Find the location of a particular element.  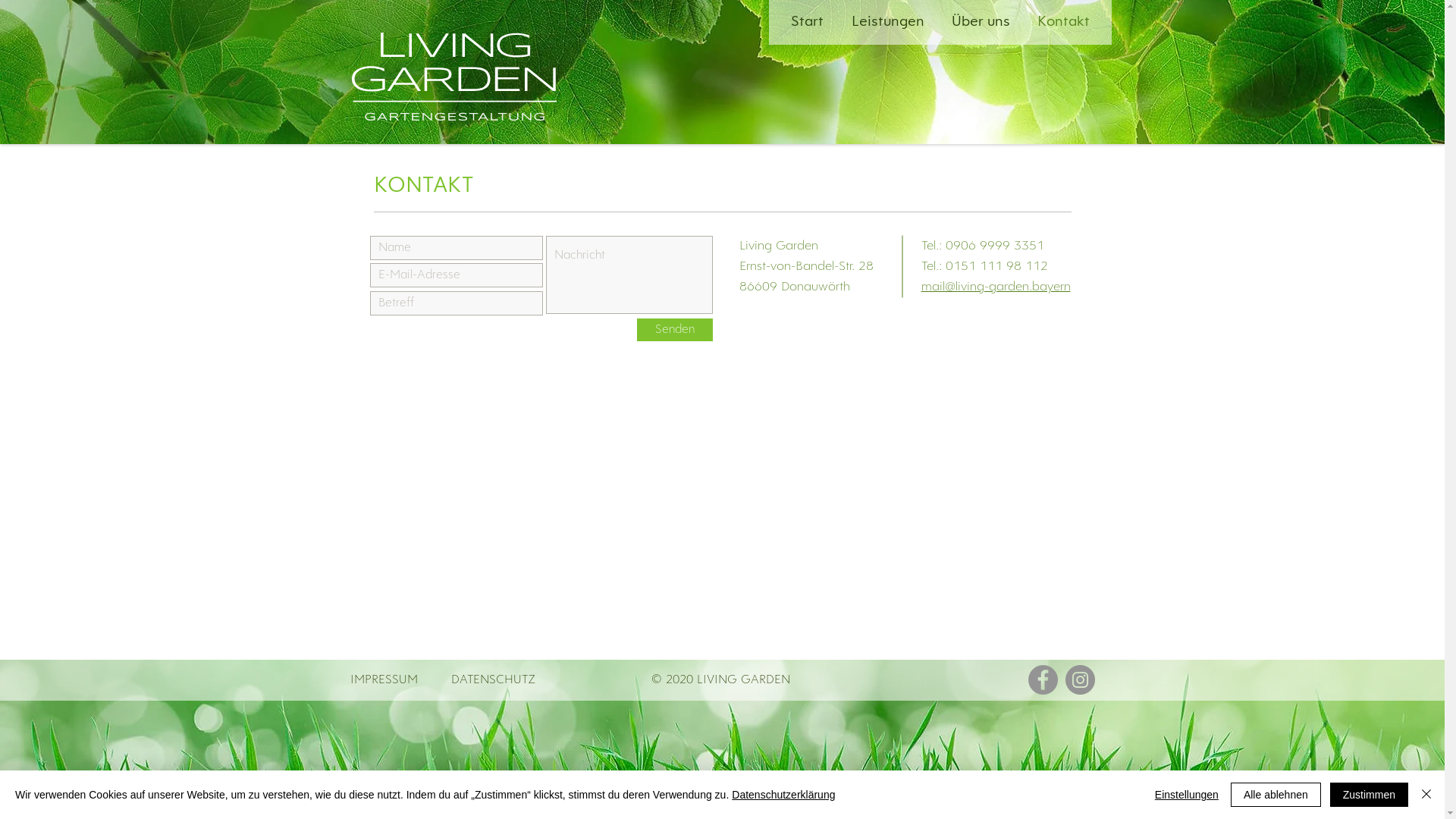

'IMPRESSUM' is located at coordinates (349, 679).